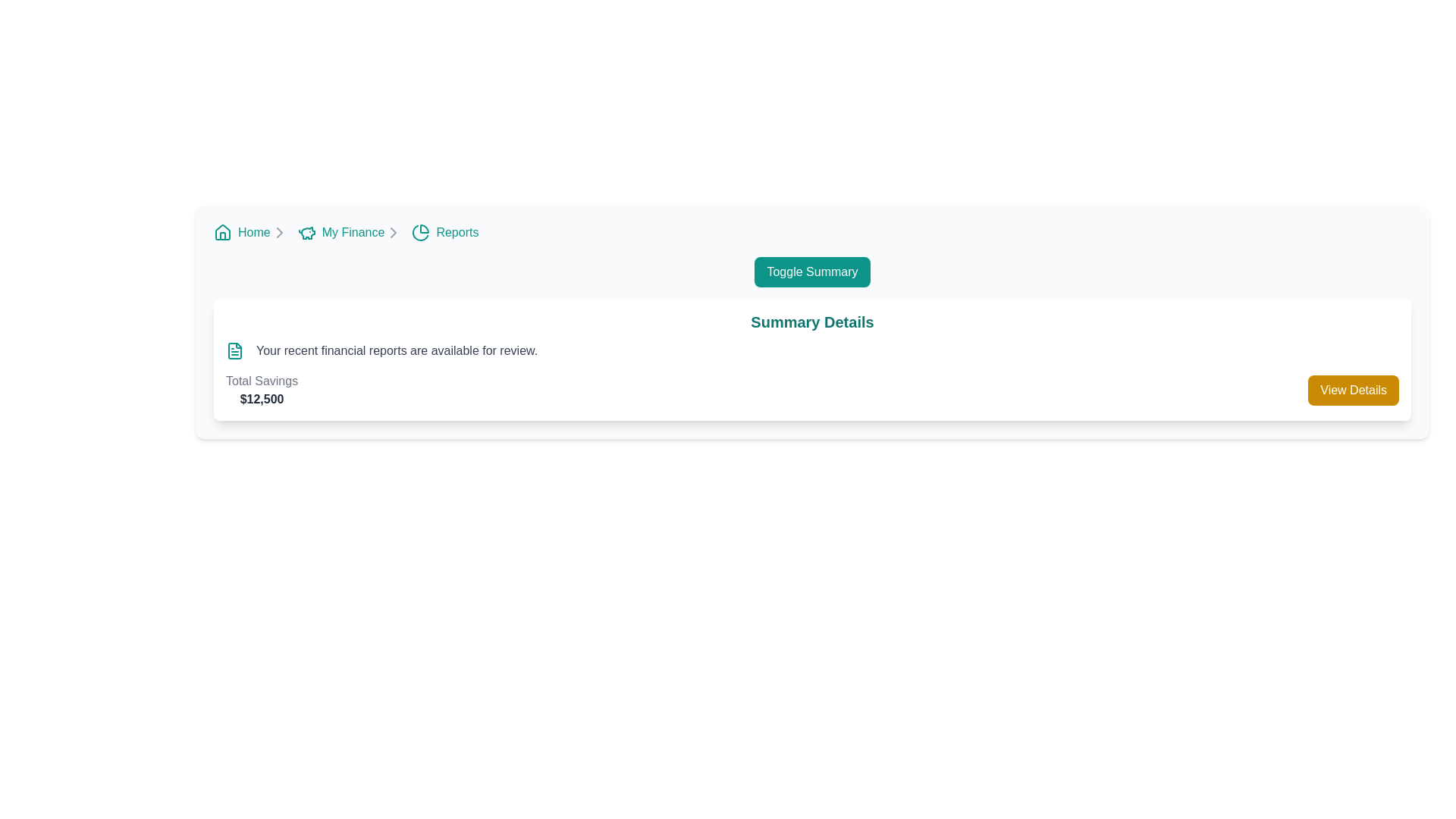 The image size is (1456, 819). Describe the element at coordinates (221, 233) in the screenshot. I see `the home navigation icon located on the left-hand side of the navigation bar` at that location.